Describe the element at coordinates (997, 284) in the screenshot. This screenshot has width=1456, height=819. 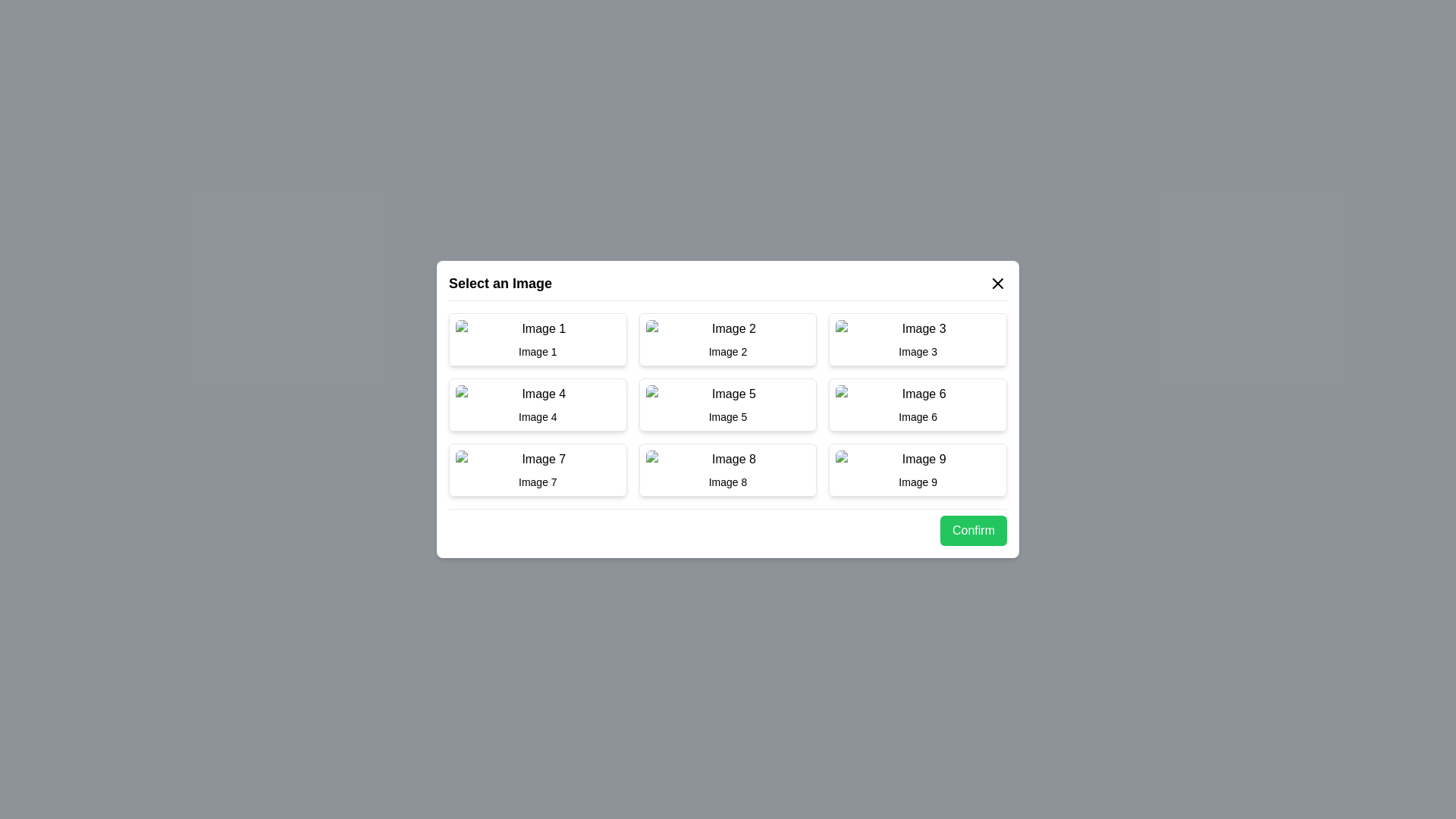
I see `the close button in the top-right corner of the dialog` at that location.